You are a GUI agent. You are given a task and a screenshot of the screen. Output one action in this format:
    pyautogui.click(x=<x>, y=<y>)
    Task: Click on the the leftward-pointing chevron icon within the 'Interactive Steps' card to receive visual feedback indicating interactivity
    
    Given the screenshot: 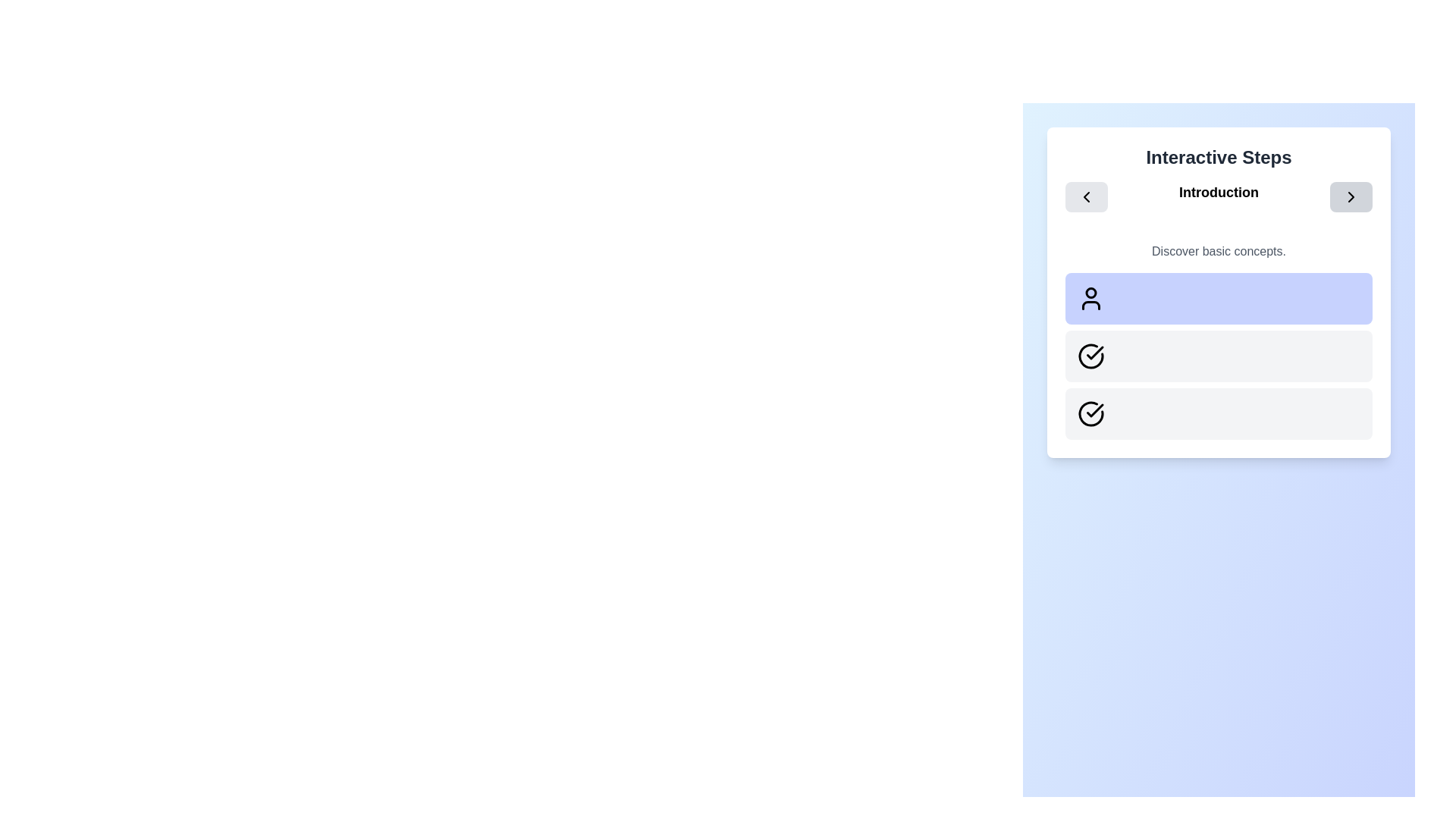 What is the action you would take?
    pyautogui.click(x=1086, y=196)
    